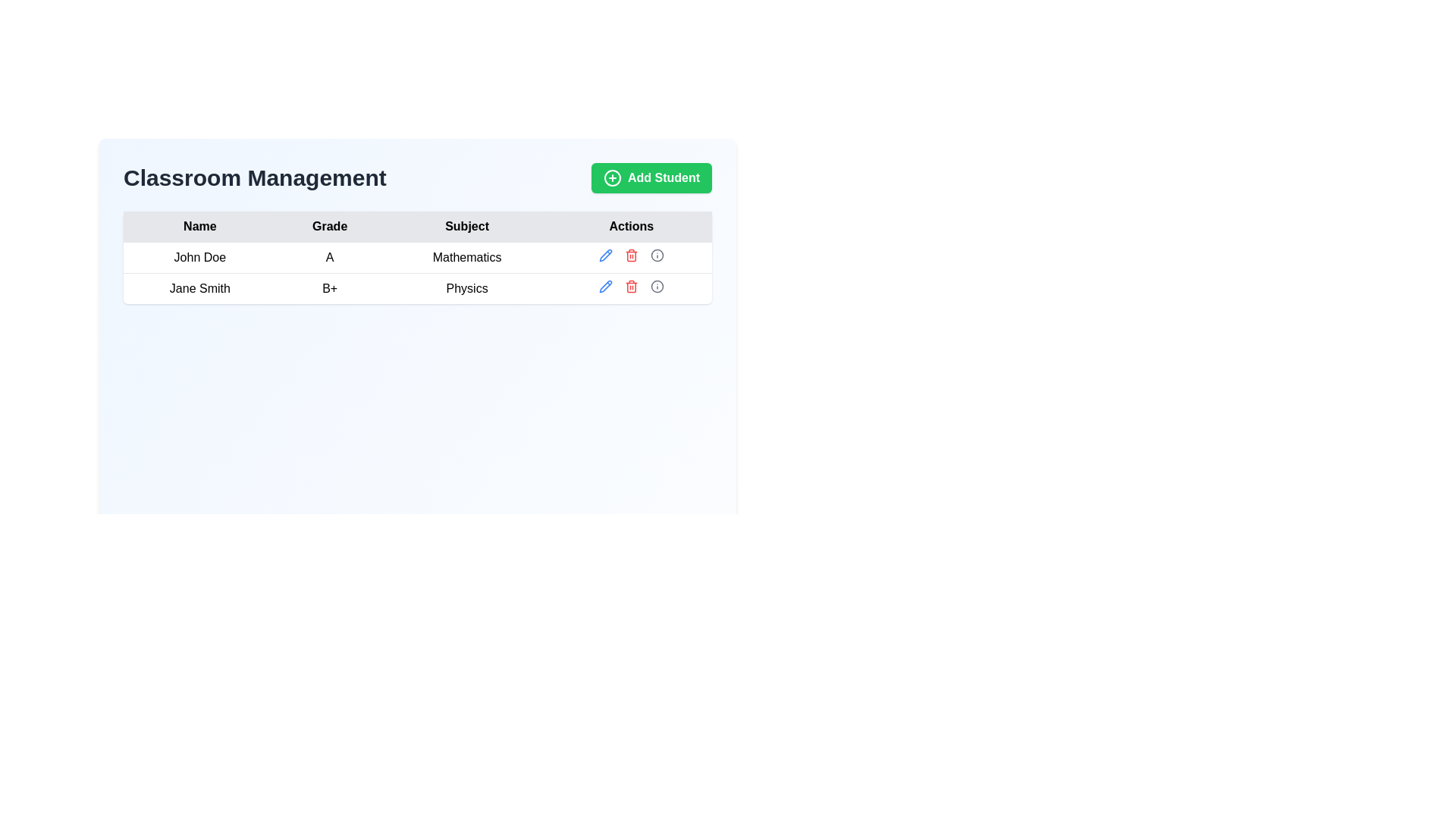 The image size is (1456, 819). I want to click on the circular information icon located in the last column of the table row labeled 'Jane Smith' under the 'Actions' header, so click(657, 254).